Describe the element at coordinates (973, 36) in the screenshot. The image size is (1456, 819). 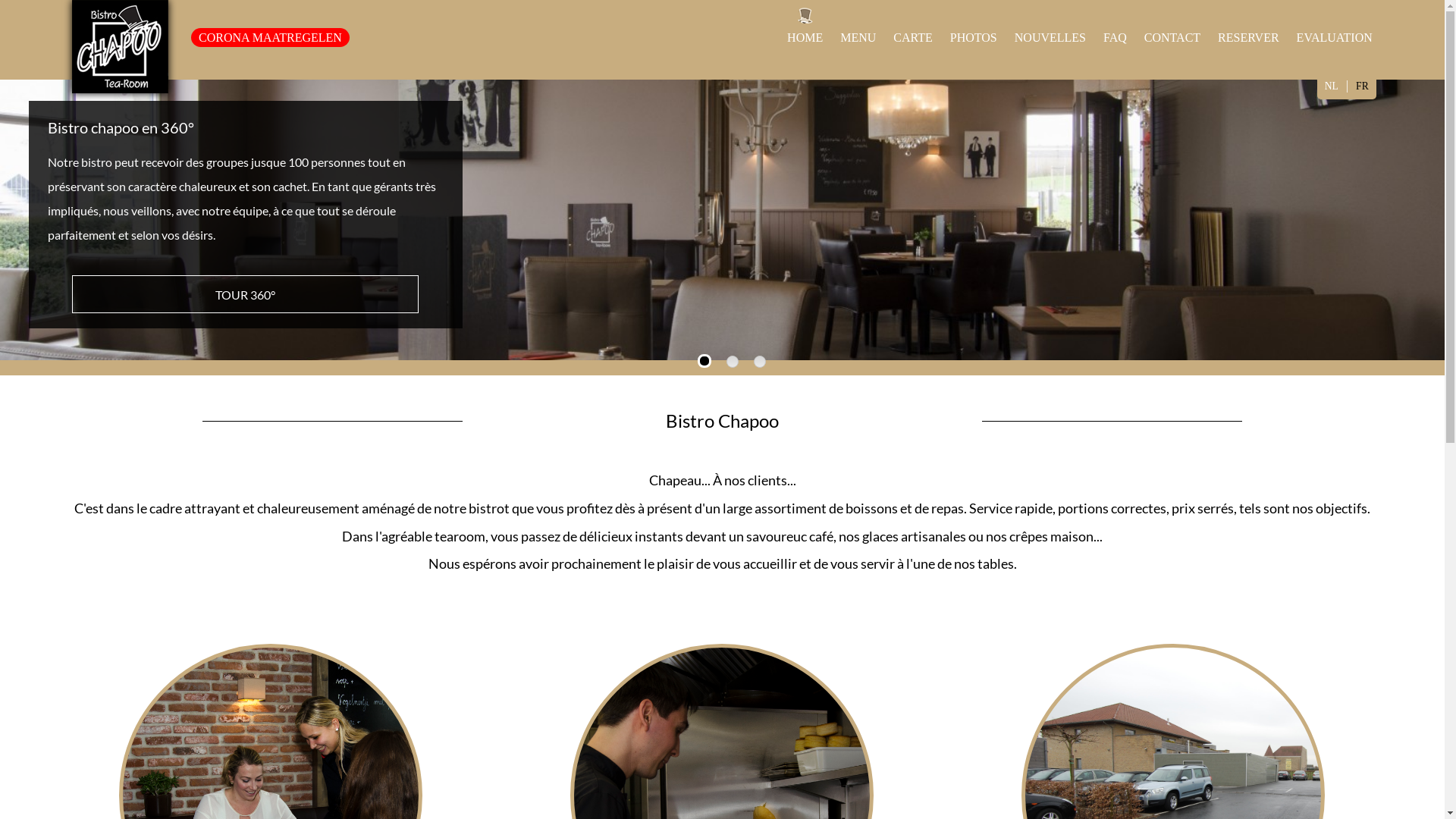
I see `'PHOTOS'` at that location.